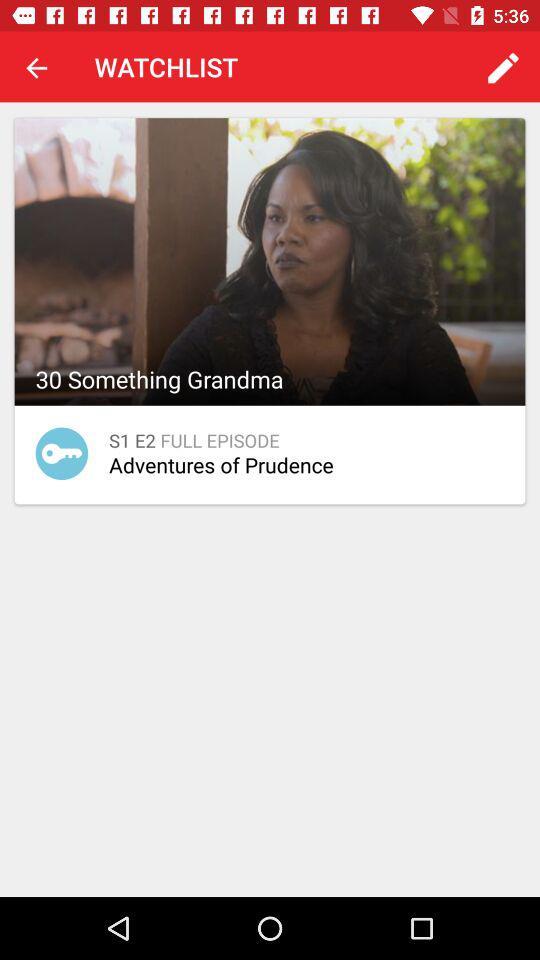  Describe the element at coordinates (36, 67) in the screenshot. I see `the app to the left of the watchlist item` at that location.